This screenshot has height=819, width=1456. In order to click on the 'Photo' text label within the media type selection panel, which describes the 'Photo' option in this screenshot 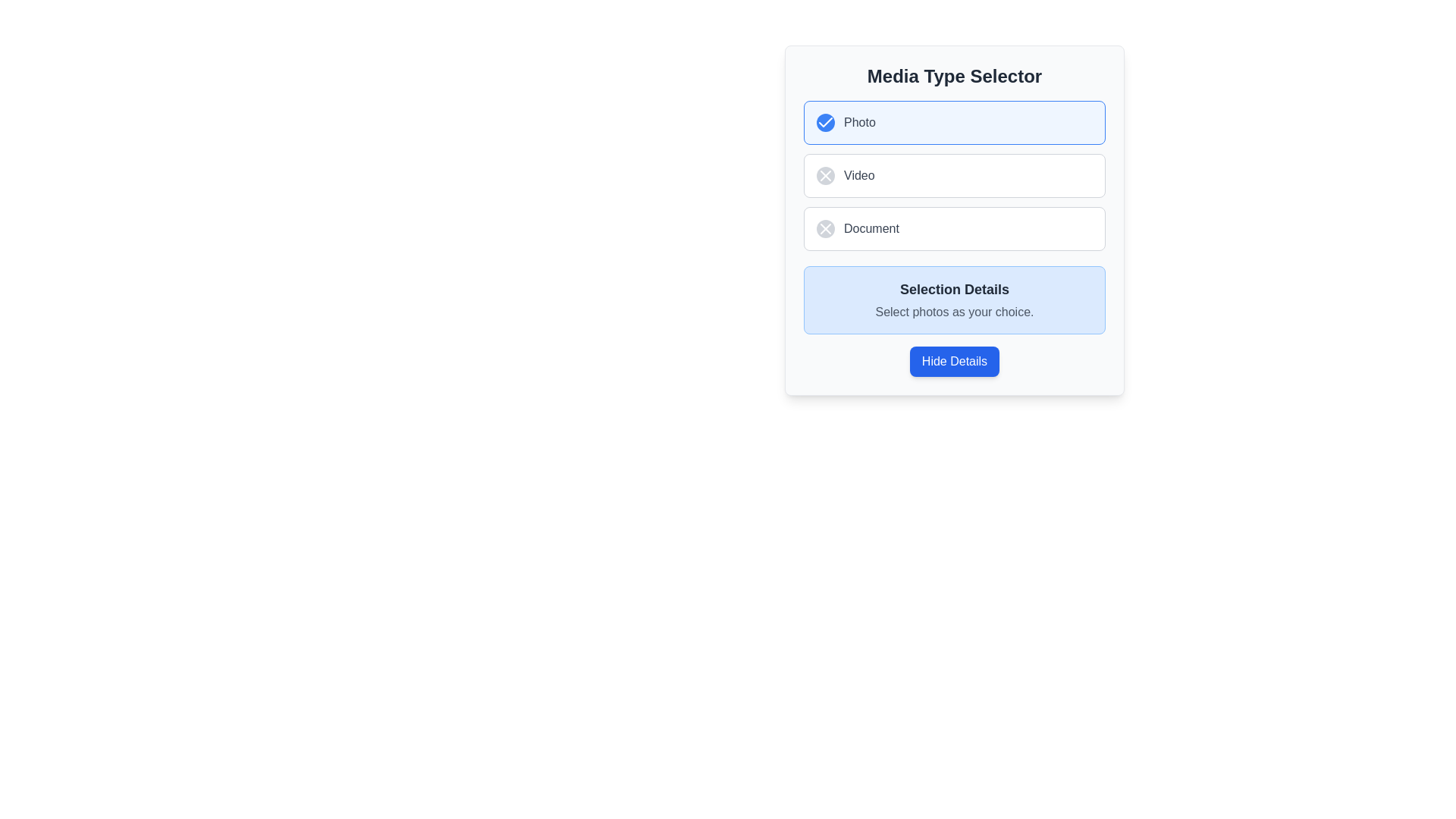, I will do `click(859, 122)`.